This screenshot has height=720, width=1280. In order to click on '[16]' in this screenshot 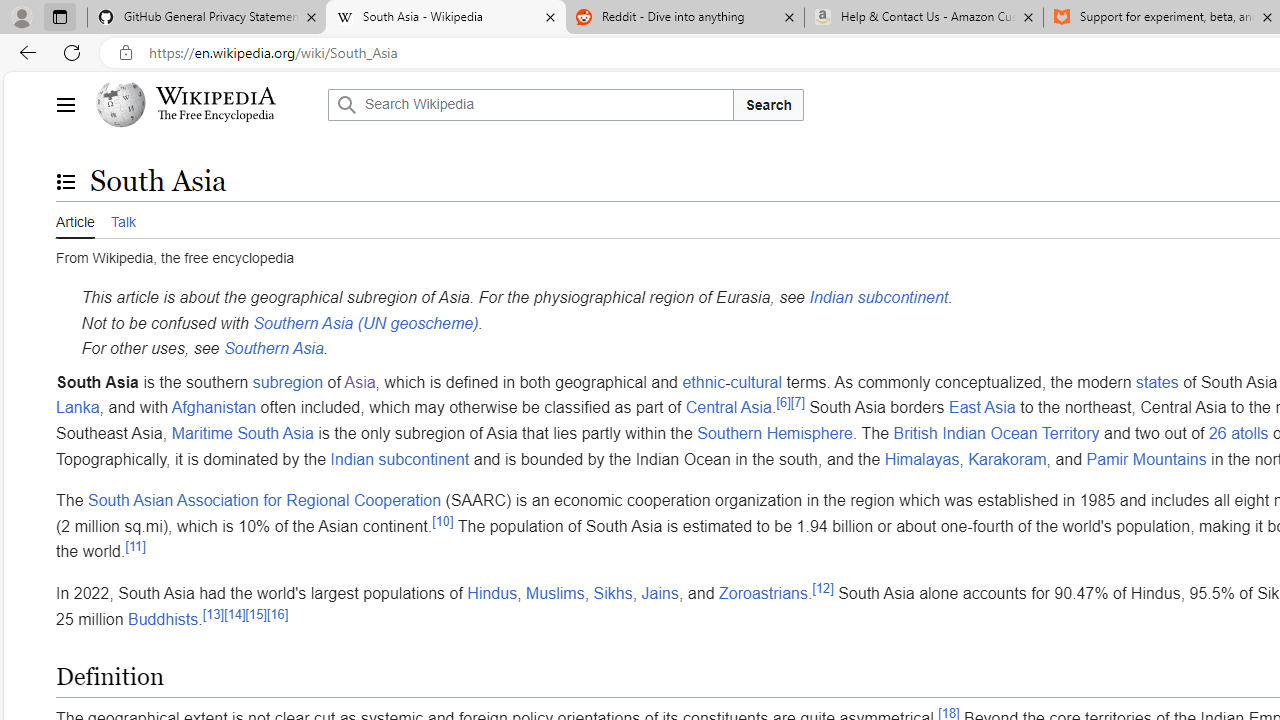, I will do `click(276, 613)`.